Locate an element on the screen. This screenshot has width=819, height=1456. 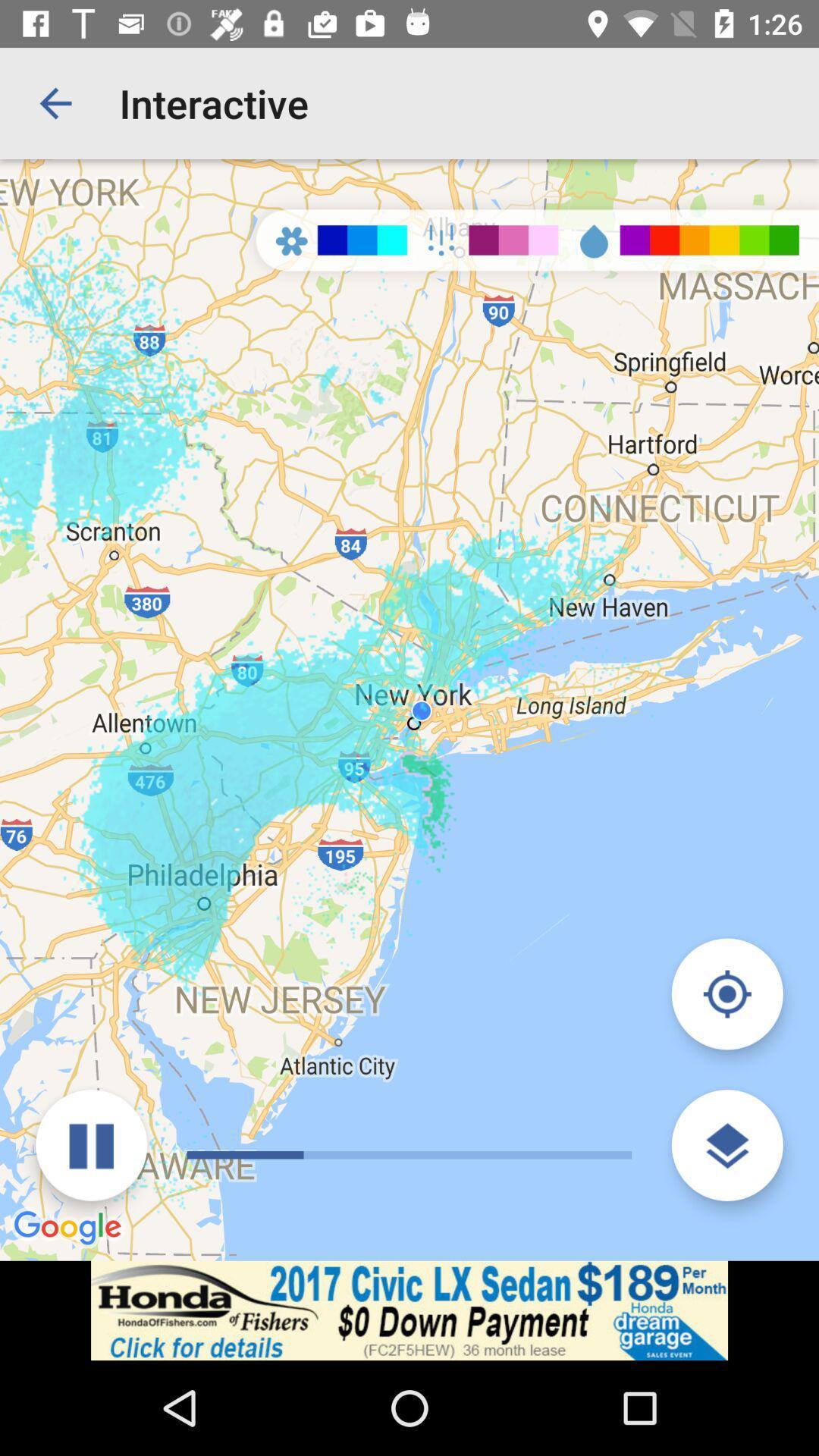
get current location is located at coordinates (726, 993).